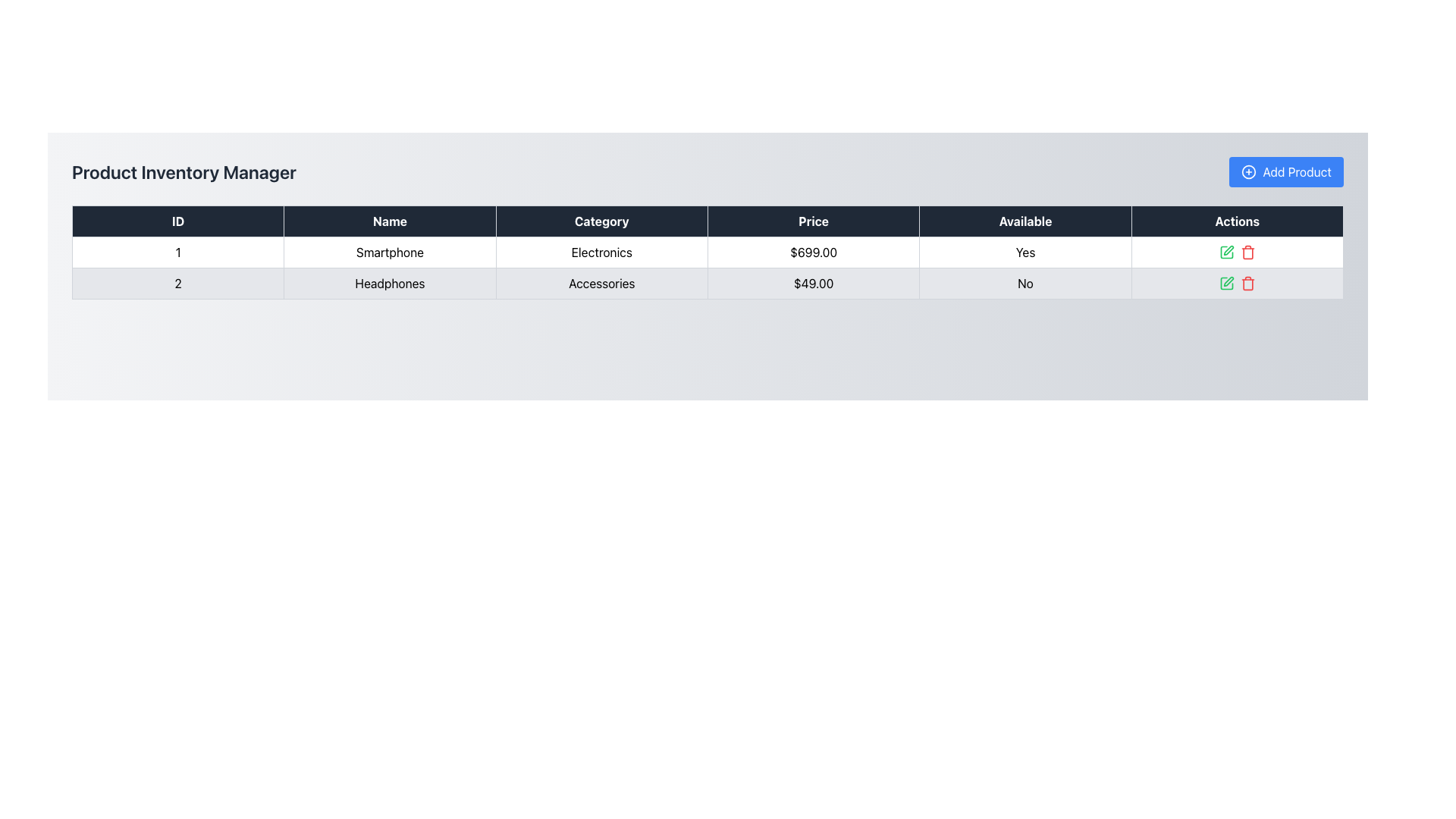 This screenshot has height=819, width=1456. I want to click on the Text Element displaying '2' in the first column of the second row under the 'ID' header, so click(178, 284).